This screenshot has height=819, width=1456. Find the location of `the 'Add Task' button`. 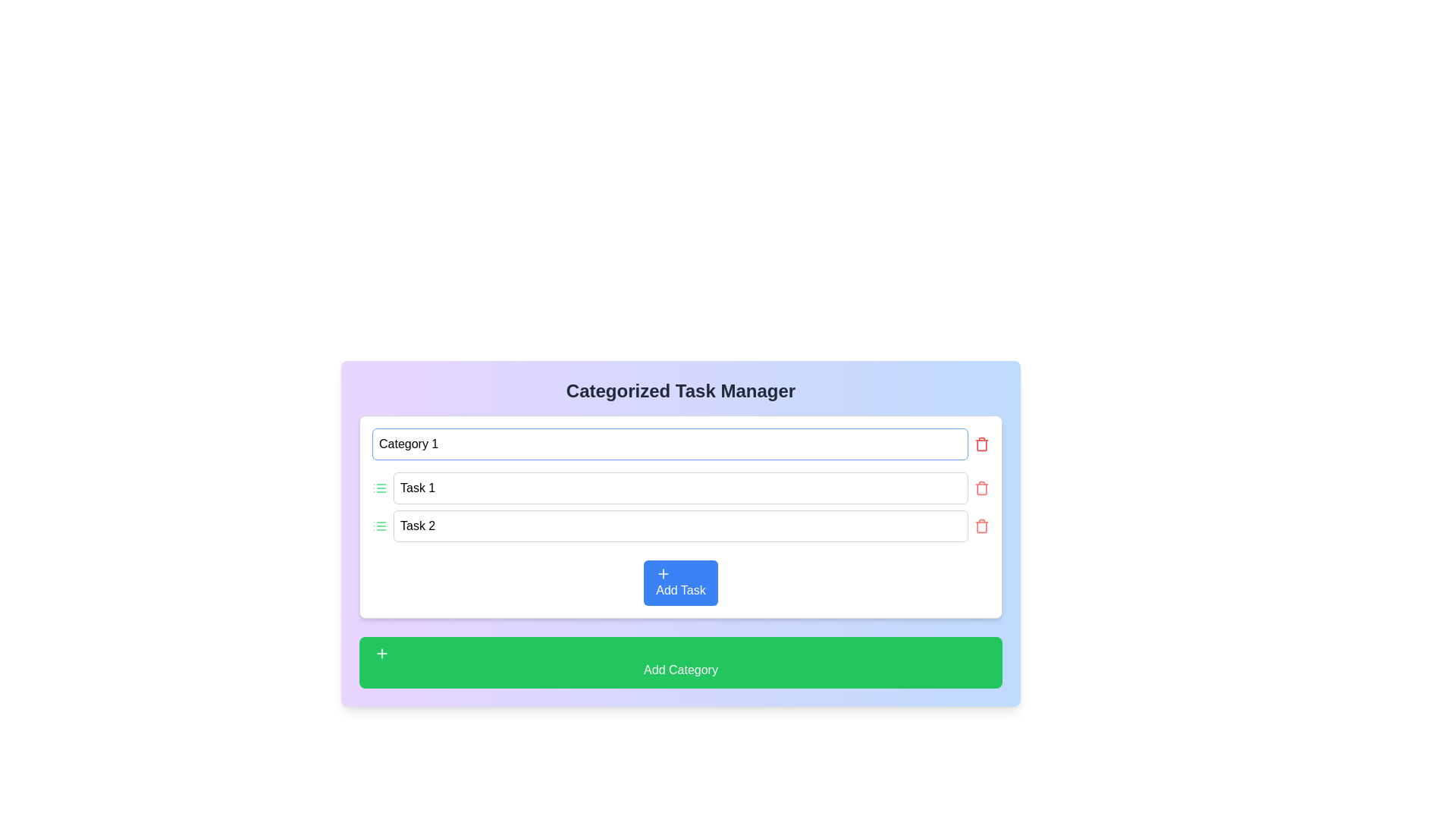

the 'Add Task' button is located at coordinates (664, 573).